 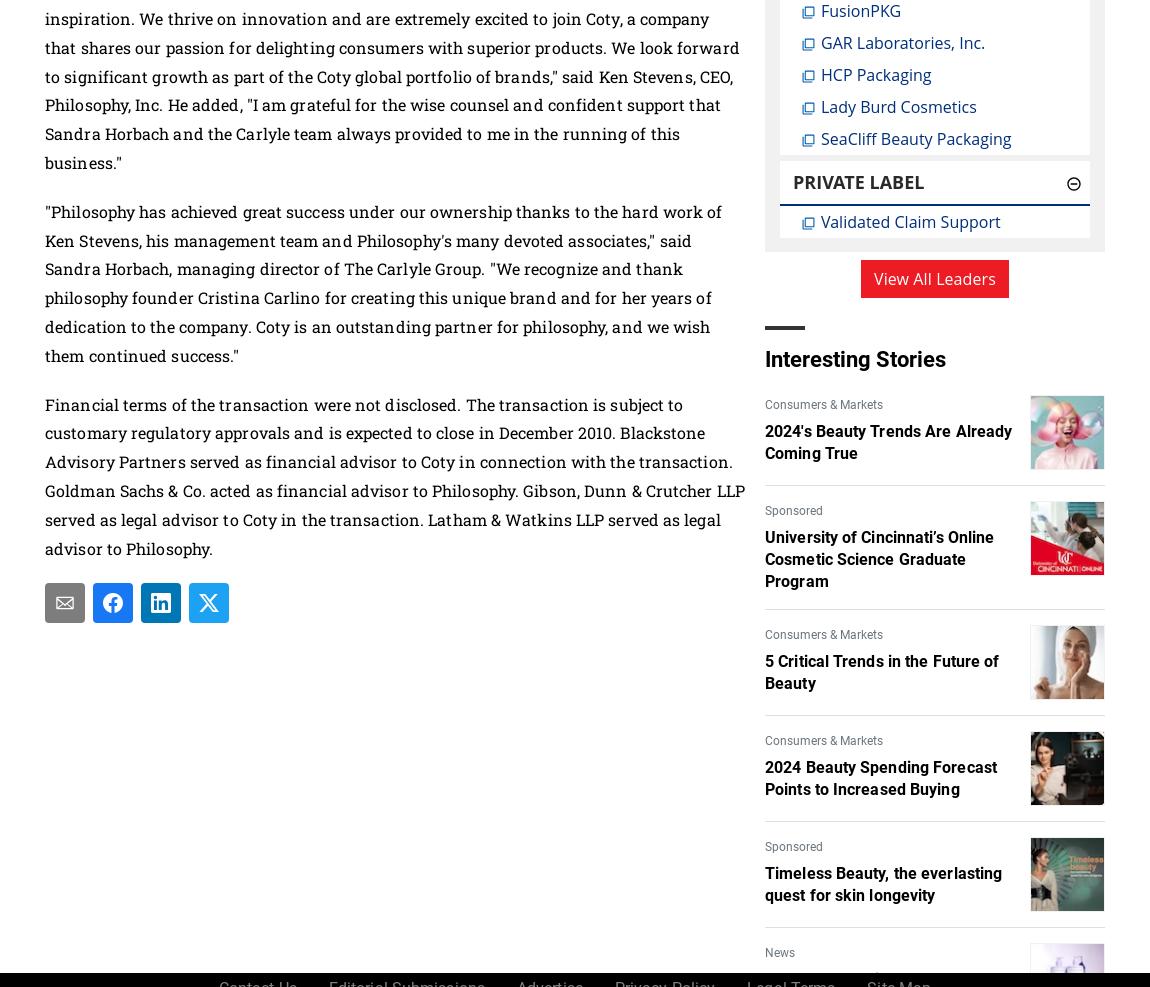 What do you see at coordinates (779, 951) in the screenshot?
I see `'News'` at bounding box center [779, 951].